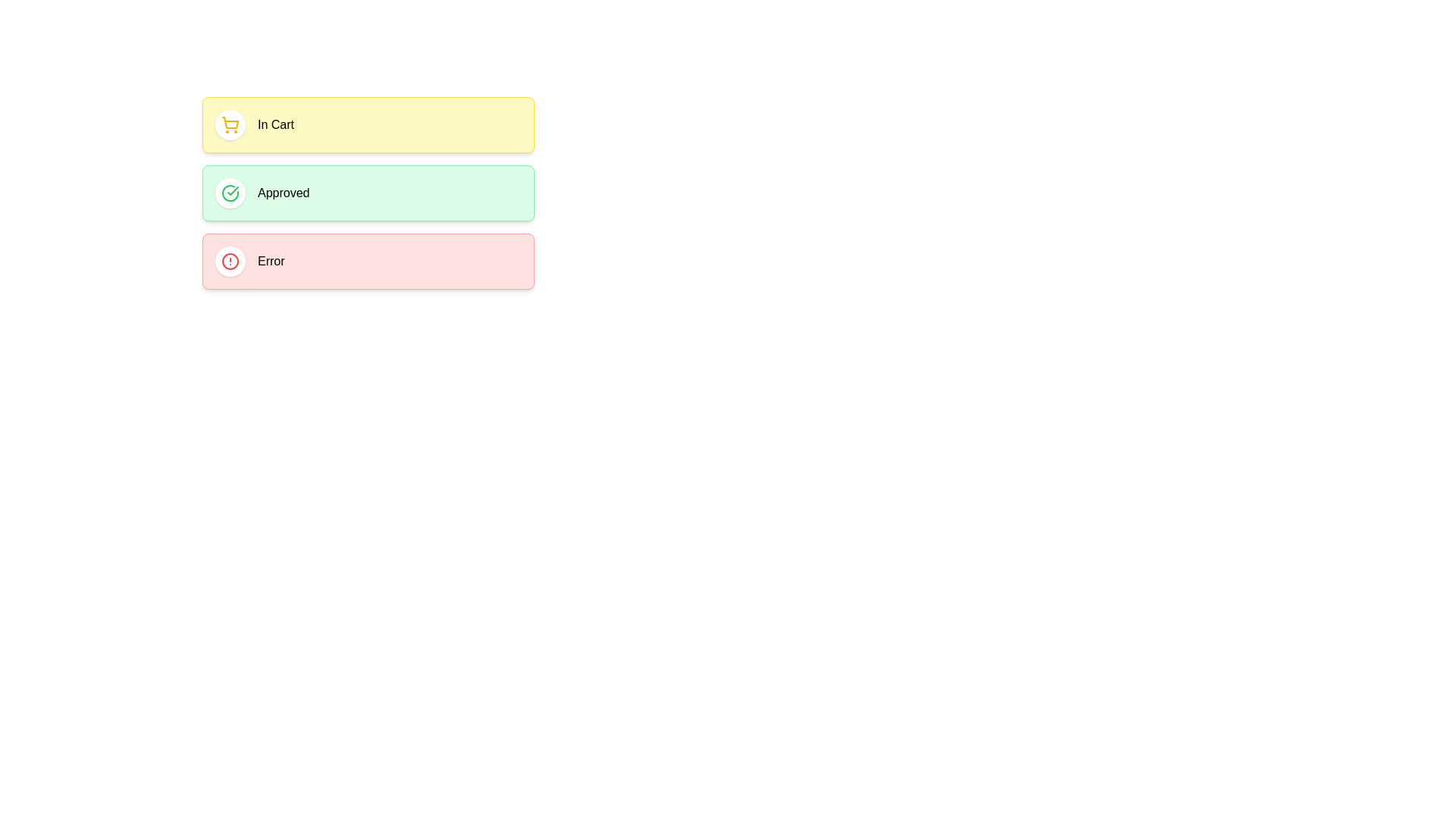  What do you see at coordinates (229, 124) in the screenshot?
I see `the decorative icon representing an item in the cart, located at the left side of the yellow card with the text 'In Cart'` at bounding box center [229, 124].